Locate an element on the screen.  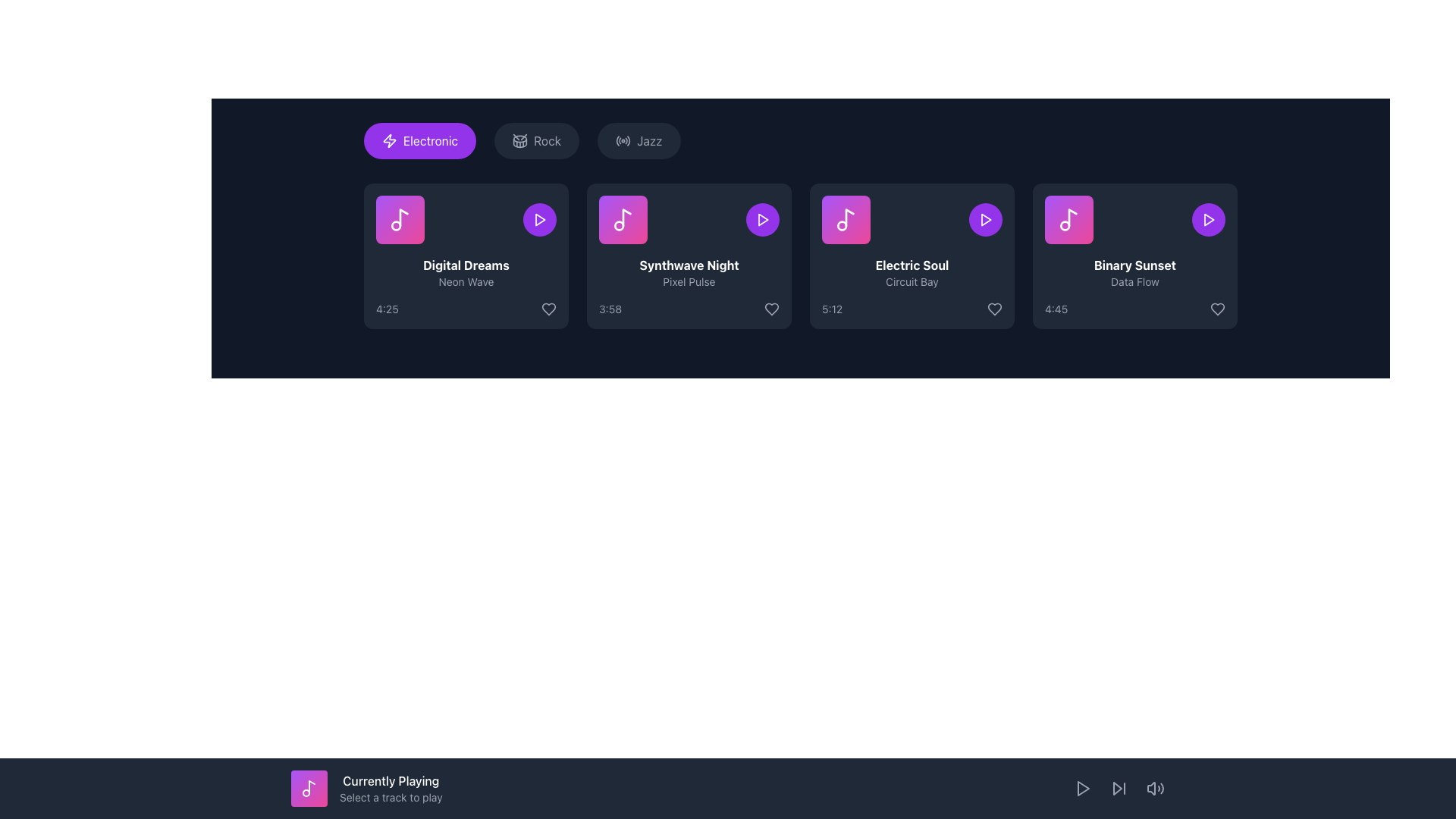
the volume control button located at the far right of the bottom control bar to observe the interactive effect is located at coordinates (1154, 788).